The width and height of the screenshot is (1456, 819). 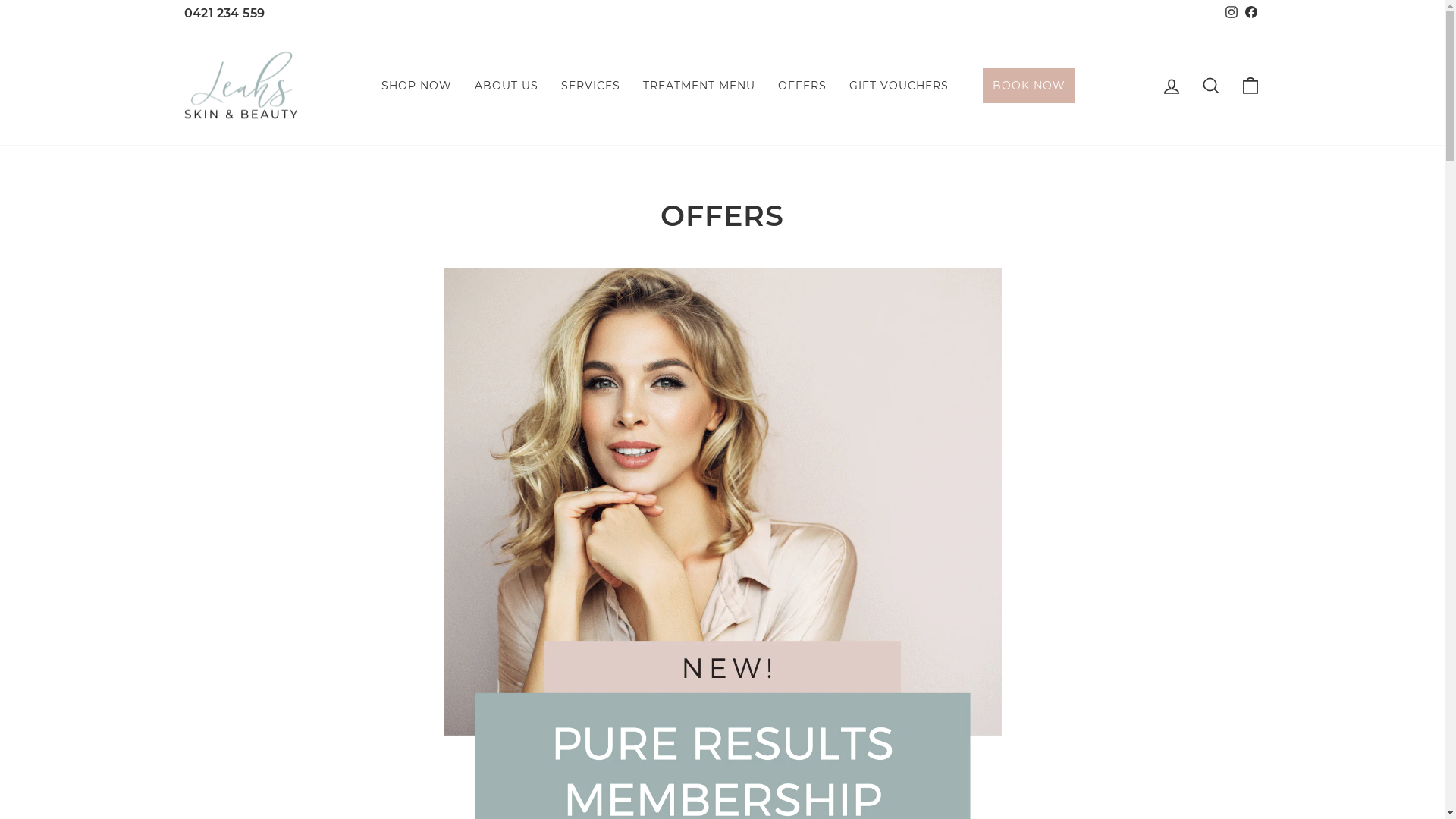 What do you see at coordinates (588, 85) in the screenshot?
I see `'SERVICES'` at bounding box center [588, 85].